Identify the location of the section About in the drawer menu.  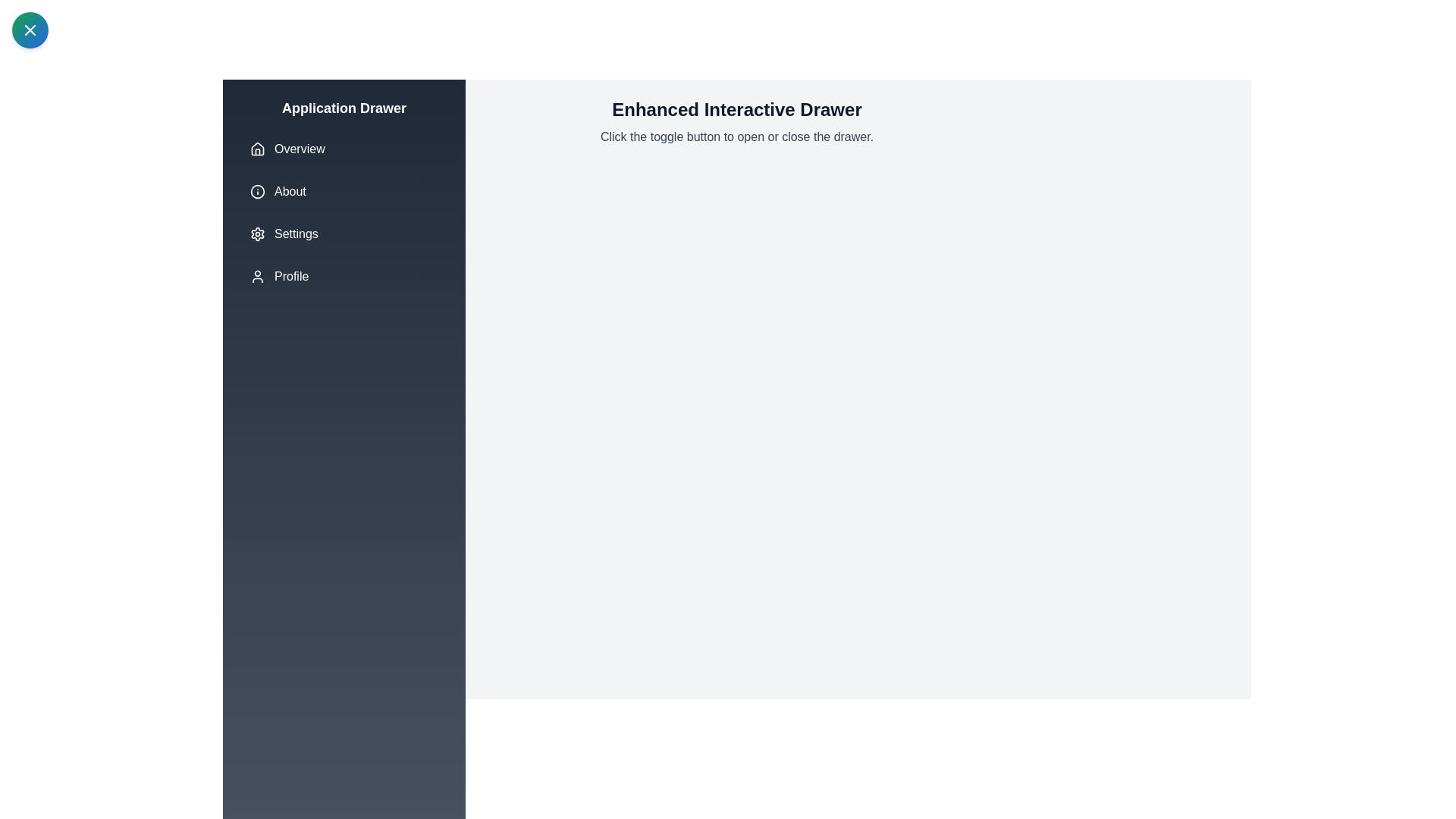
(344, 191).